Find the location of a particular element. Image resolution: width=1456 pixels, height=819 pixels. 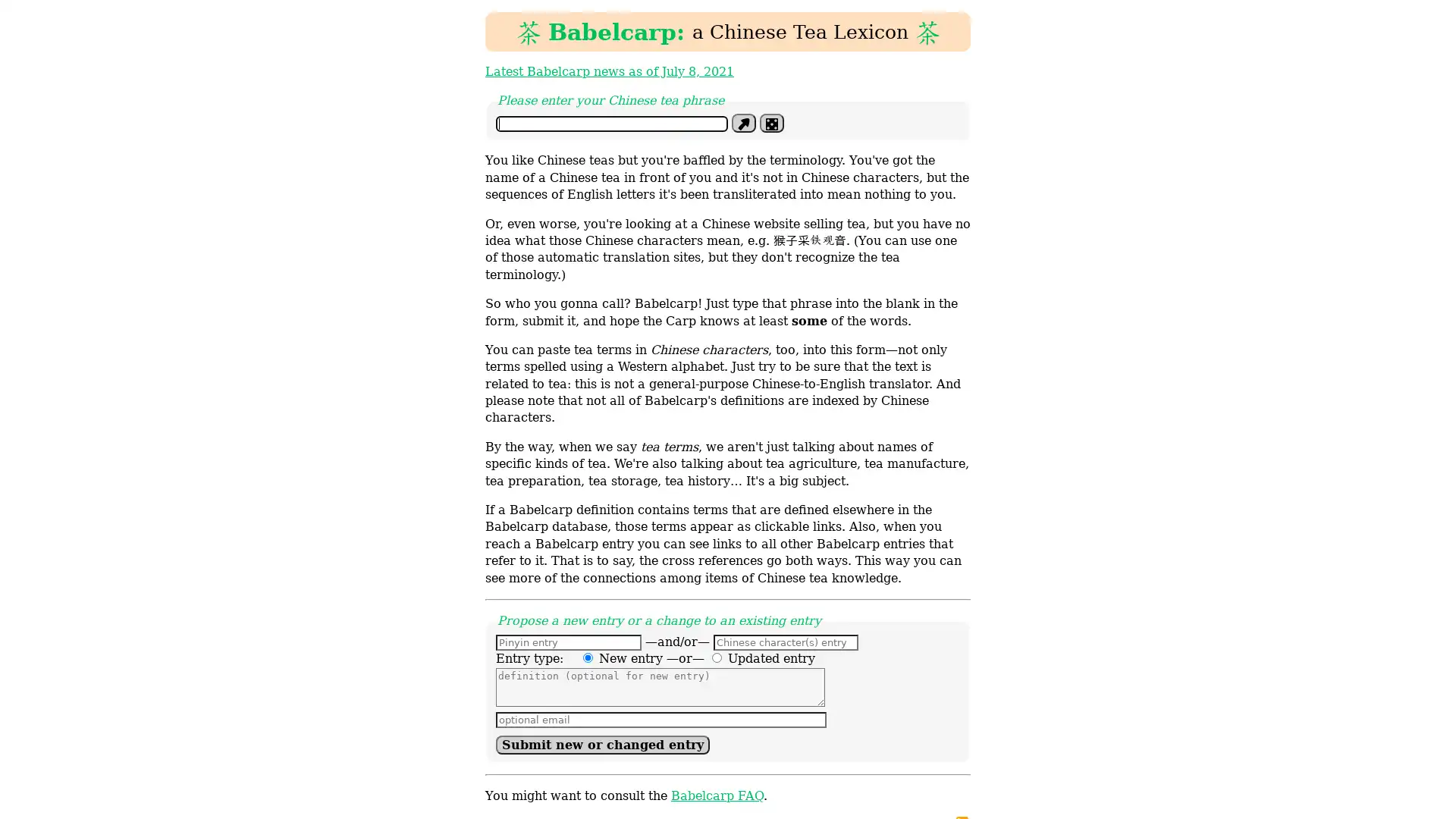

Define phrase is located at coordinates (743, 122).